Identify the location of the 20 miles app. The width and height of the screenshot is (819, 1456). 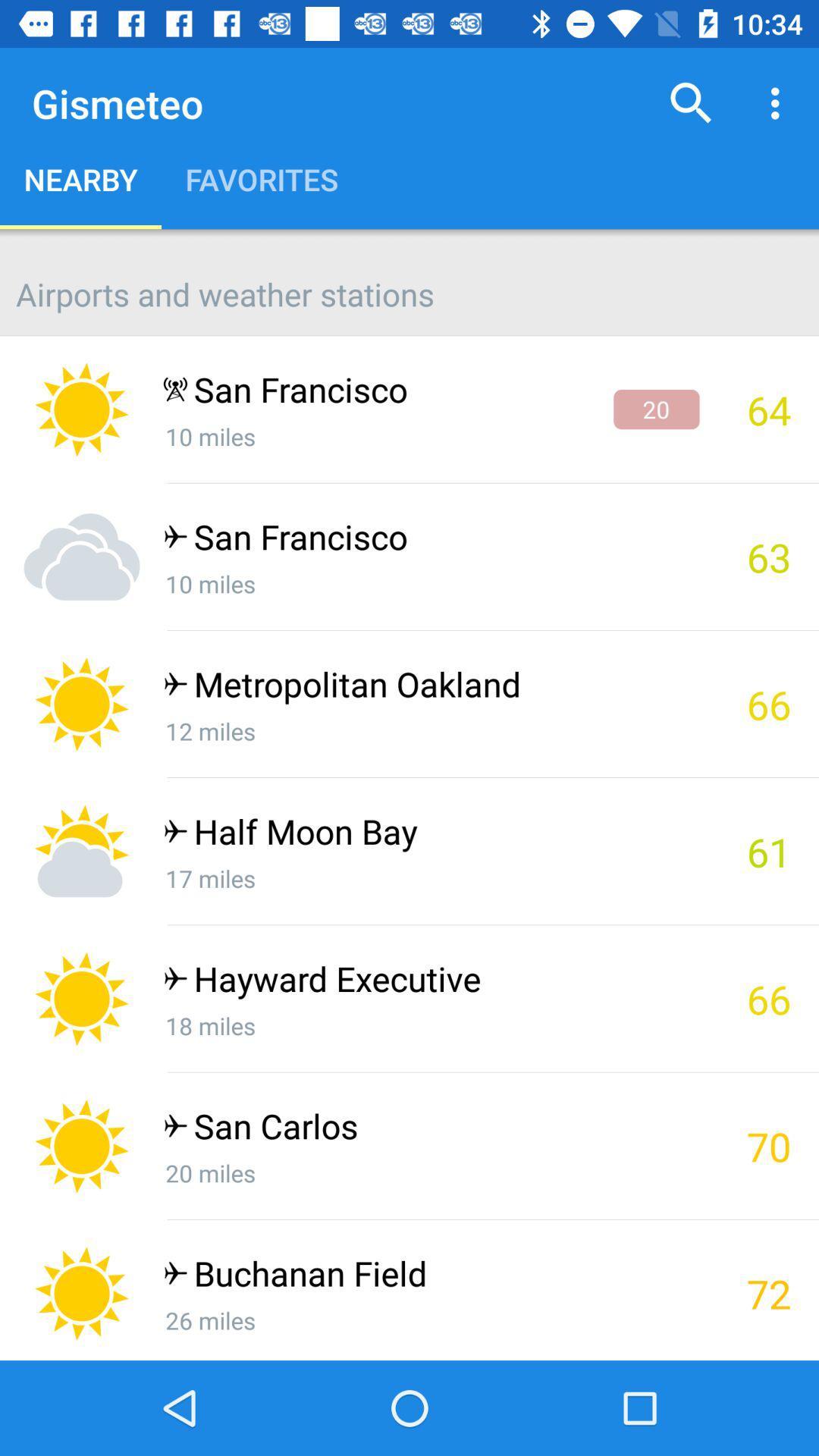
(431, 1172).